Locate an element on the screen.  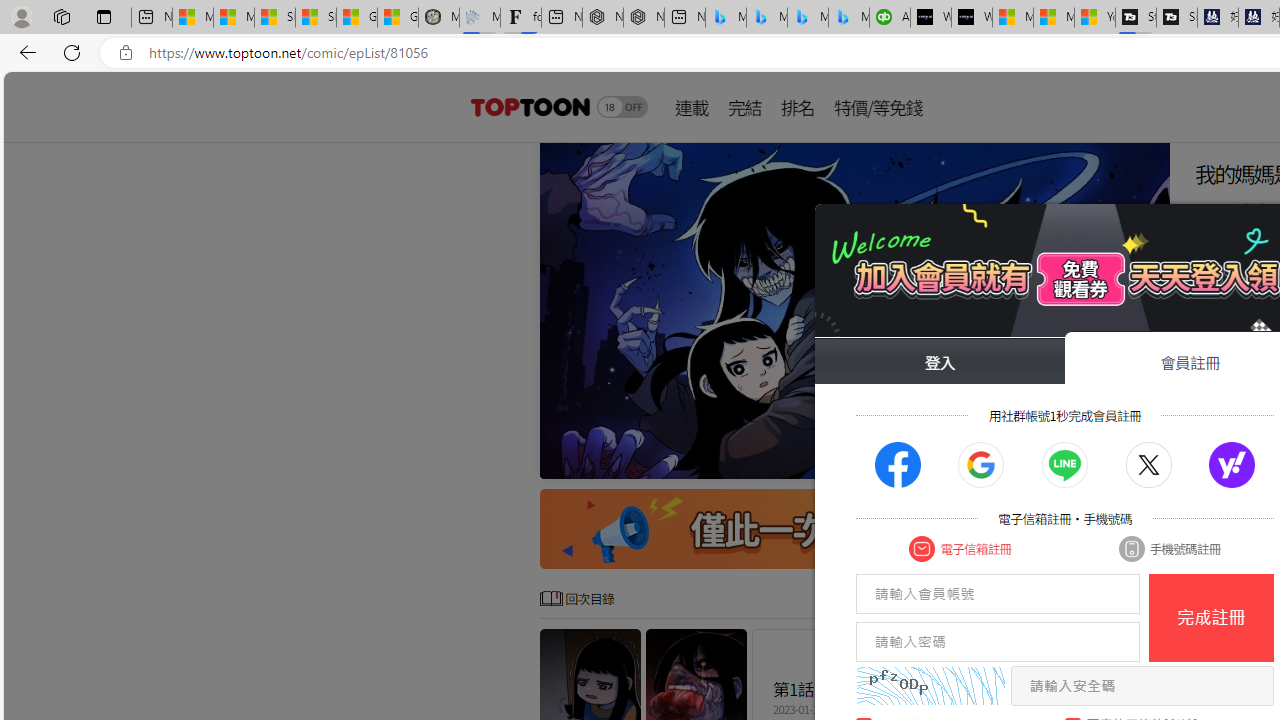
'Class: swiper-slide swiper-slide-duplicate-next' is located at coordinates (855, 311).